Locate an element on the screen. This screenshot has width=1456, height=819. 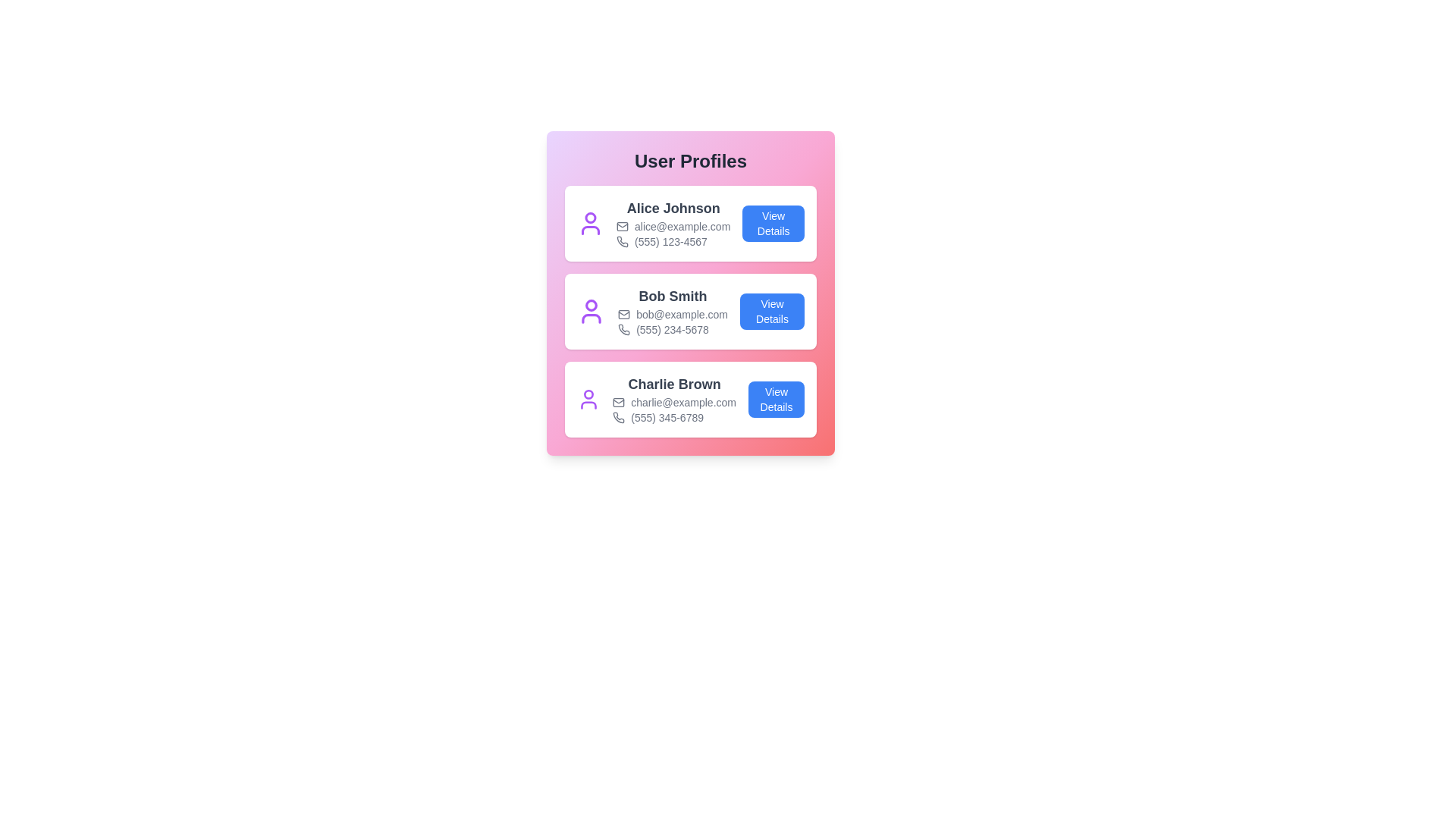
the mail icon for the user Alice Johnson is located at coordinates (622, 227).